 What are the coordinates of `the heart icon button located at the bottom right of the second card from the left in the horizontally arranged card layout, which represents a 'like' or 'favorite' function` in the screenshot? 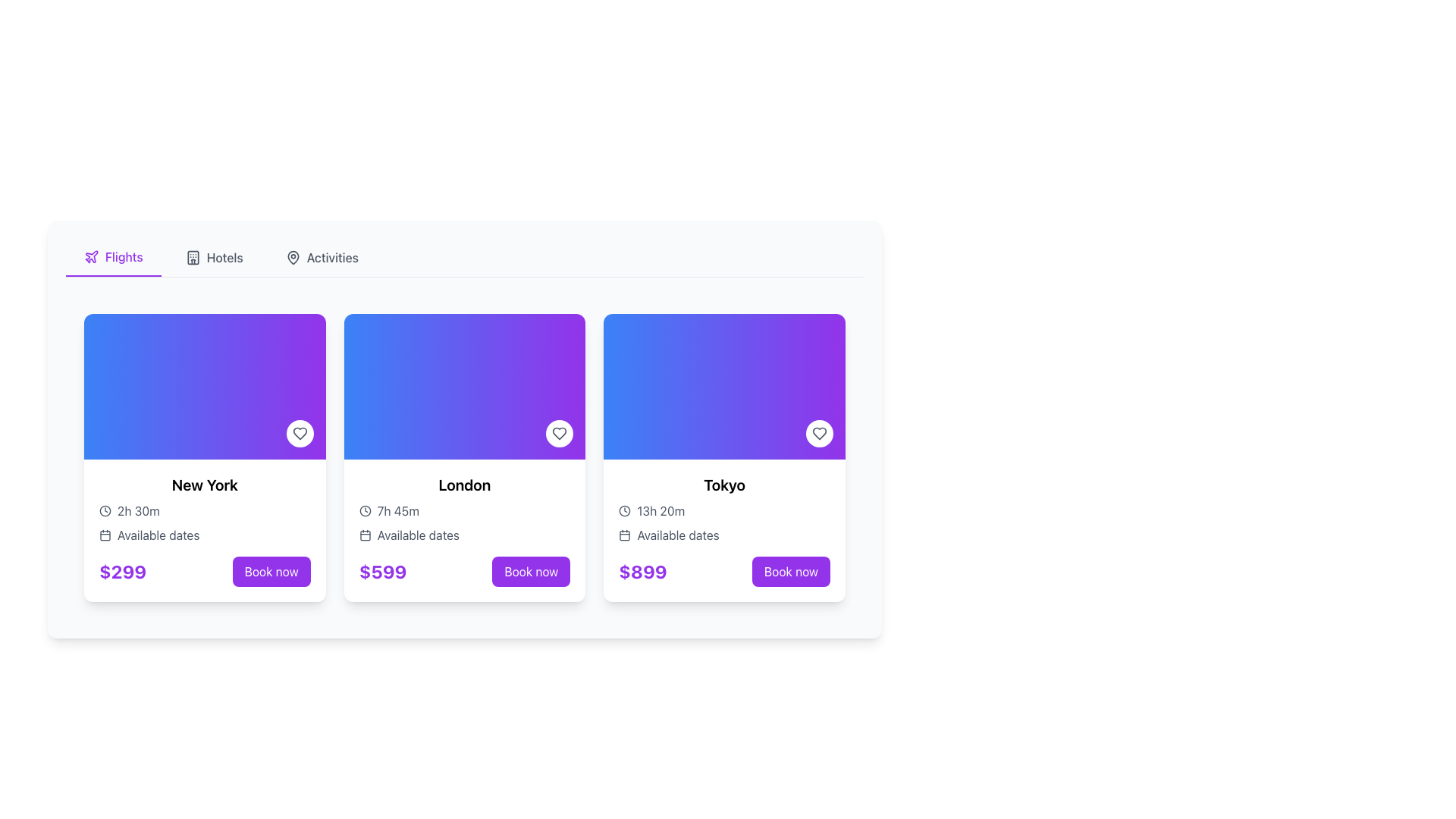 It's located at (818, 433).